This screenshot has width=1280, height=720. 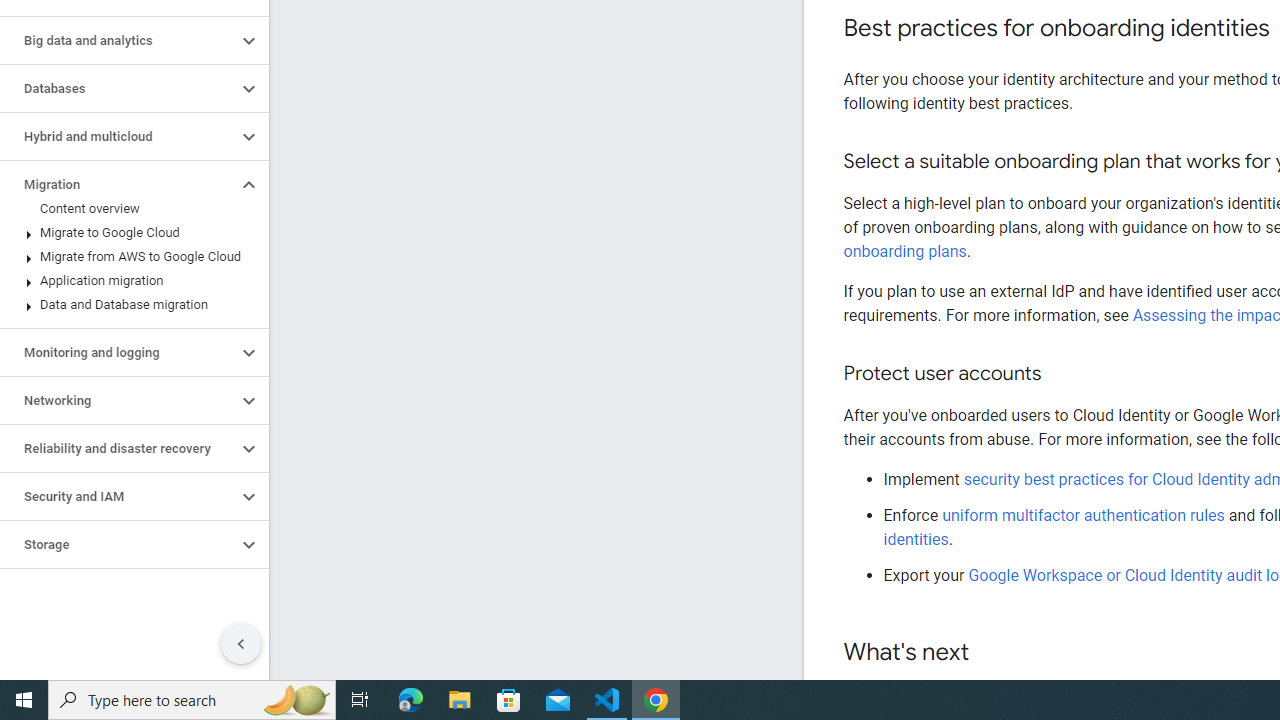 What do you see at coordinates (1084, 514) in the screenshot?
I see `'uniform multifactor authentication rules '` at bounding box center [1084, 514].